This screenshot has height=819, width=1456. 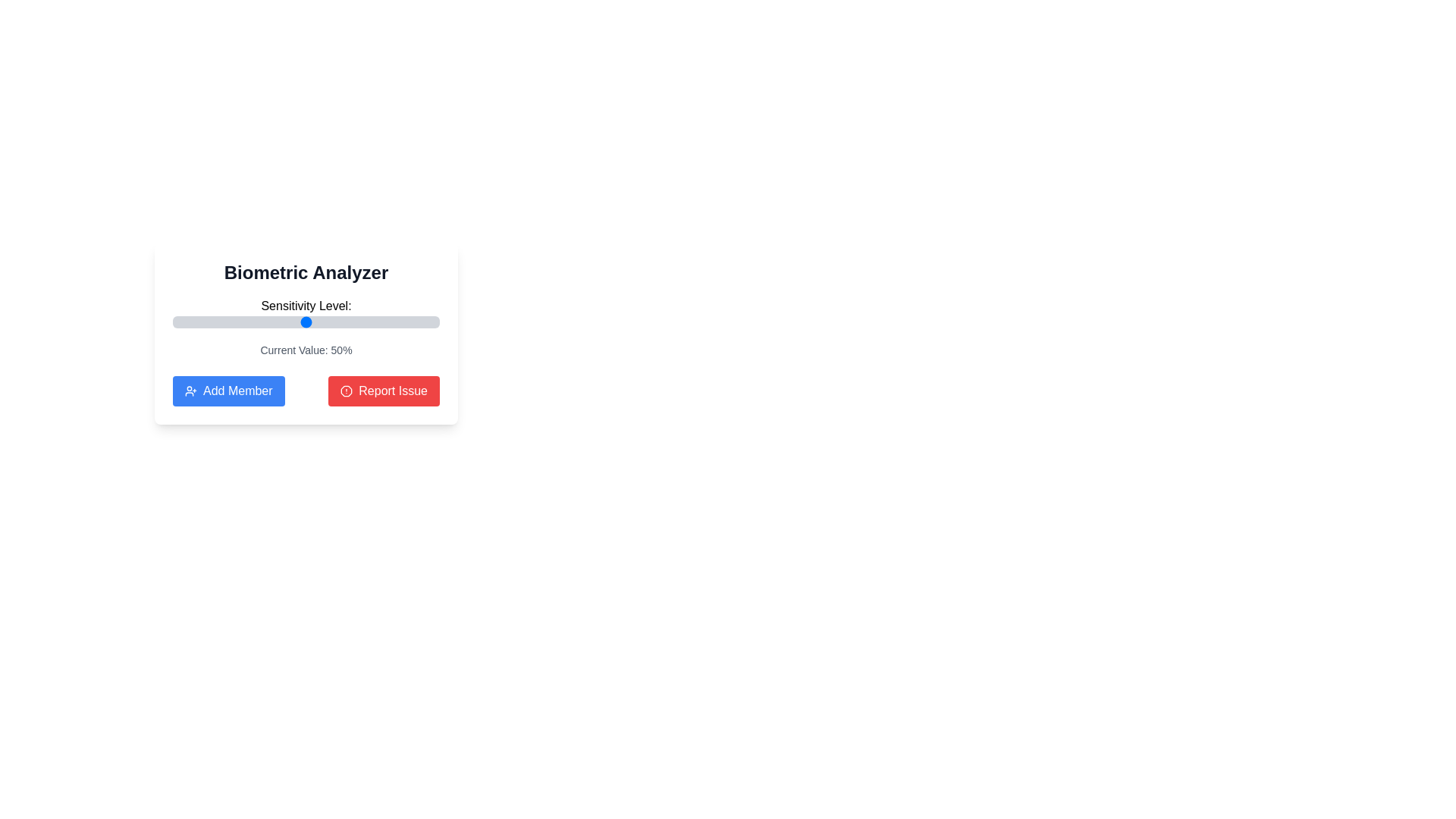 I want to click on the sensitivity level, so click(x=228, y=321).